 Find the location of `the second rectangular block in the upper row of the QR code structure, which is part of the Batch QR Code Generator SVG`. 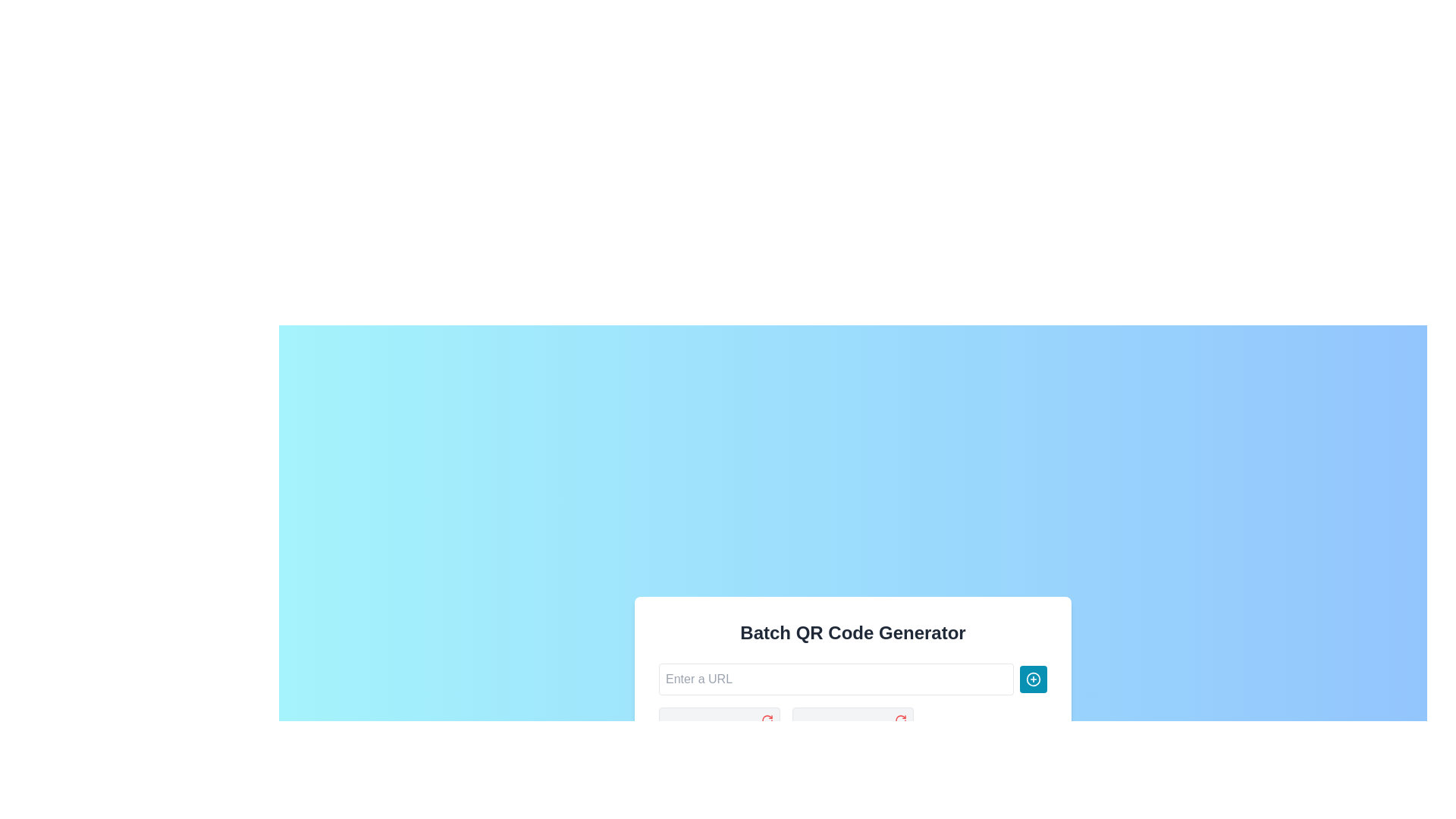

the second rectangular block in the upper row of the QR code structure, which is part of the Batch QR Code Generator SVG is located at coordinates (736, 733).